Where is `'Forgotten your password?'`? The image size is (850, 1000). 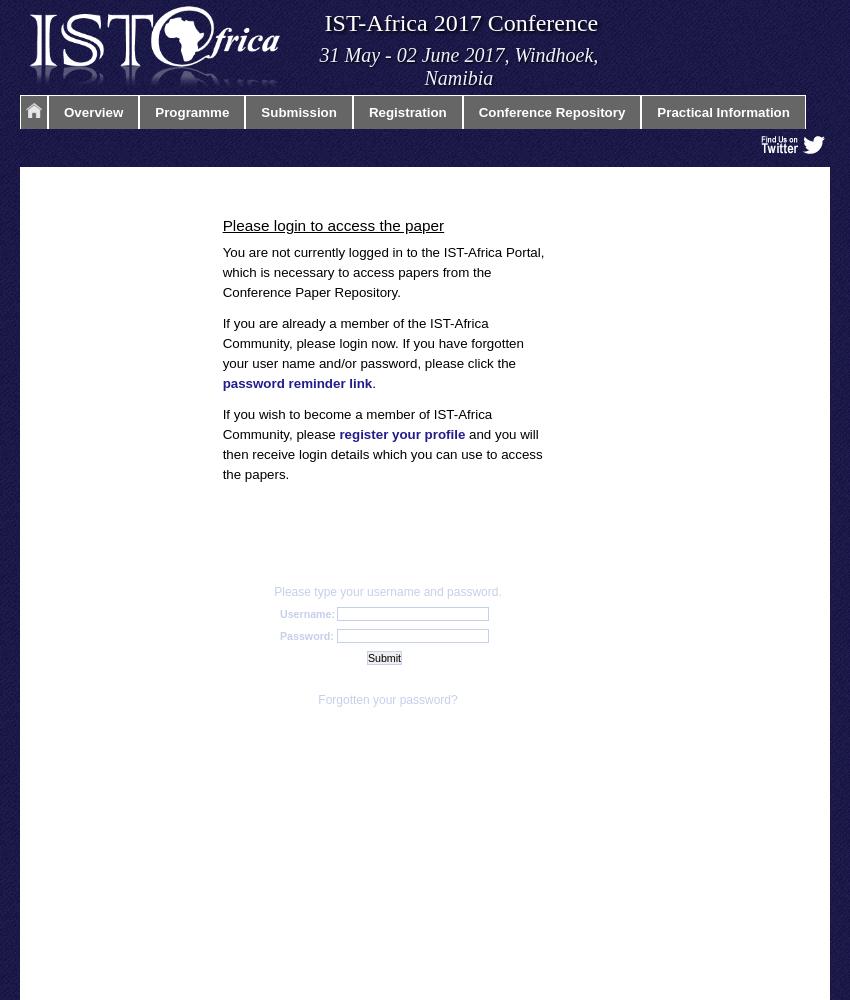 'Forgotten your password?' is located at coordinates (387, 698).